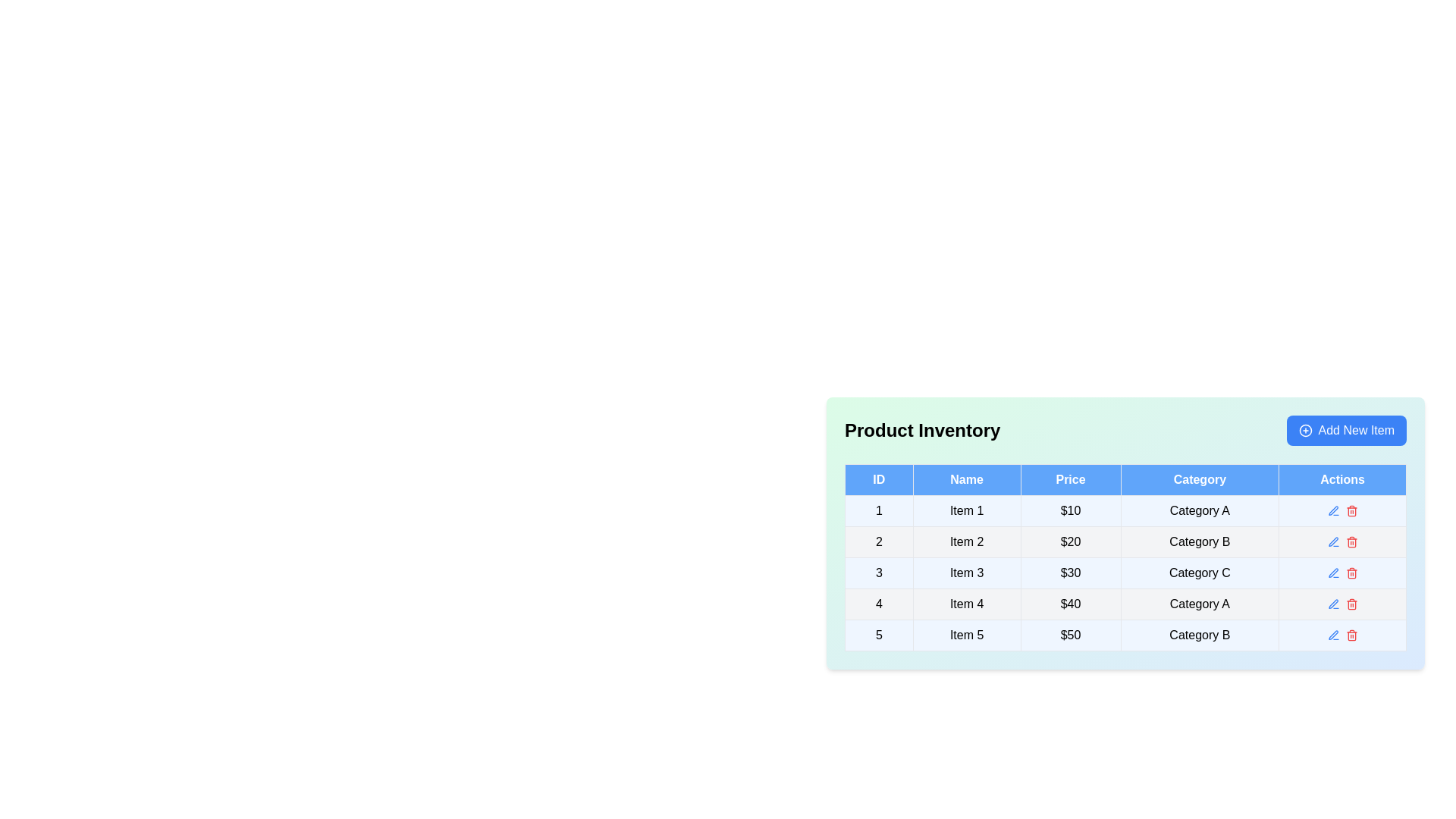  What do you see at coordinates (879, 511) in the screenshot?
I see `the non-interactive text element representing the ID field of the row for 'Item 1' in the table, which is the first cell under the 'ID' header` at bounding box center [879, 511].